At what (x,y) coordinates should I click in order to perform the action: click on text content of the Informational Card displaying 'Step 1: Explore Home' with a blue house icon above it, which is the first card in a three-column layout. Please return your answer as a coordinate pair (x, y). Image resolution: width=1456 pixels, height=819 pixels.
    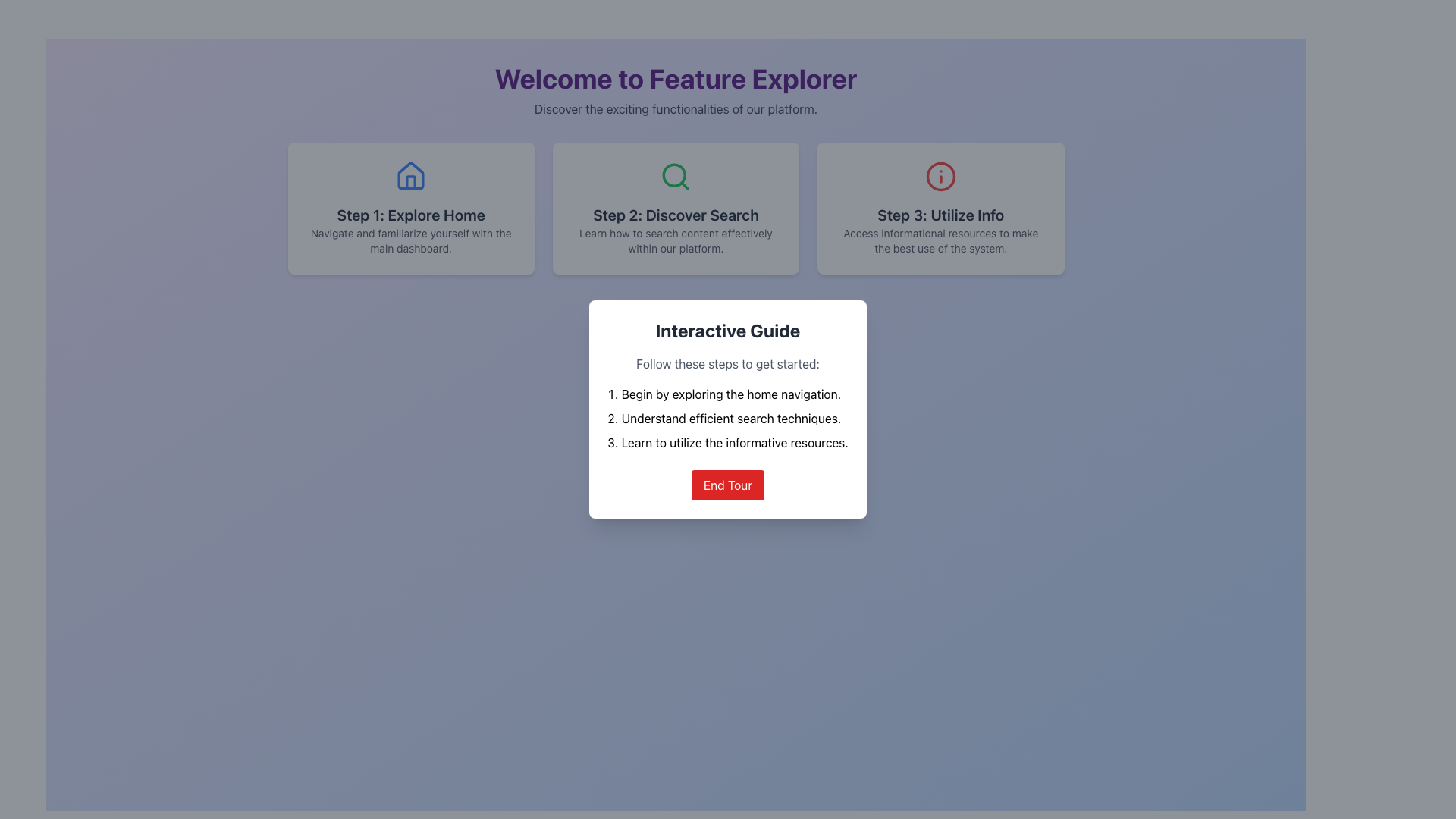
    Looking at the image, I should click on (411, 208).